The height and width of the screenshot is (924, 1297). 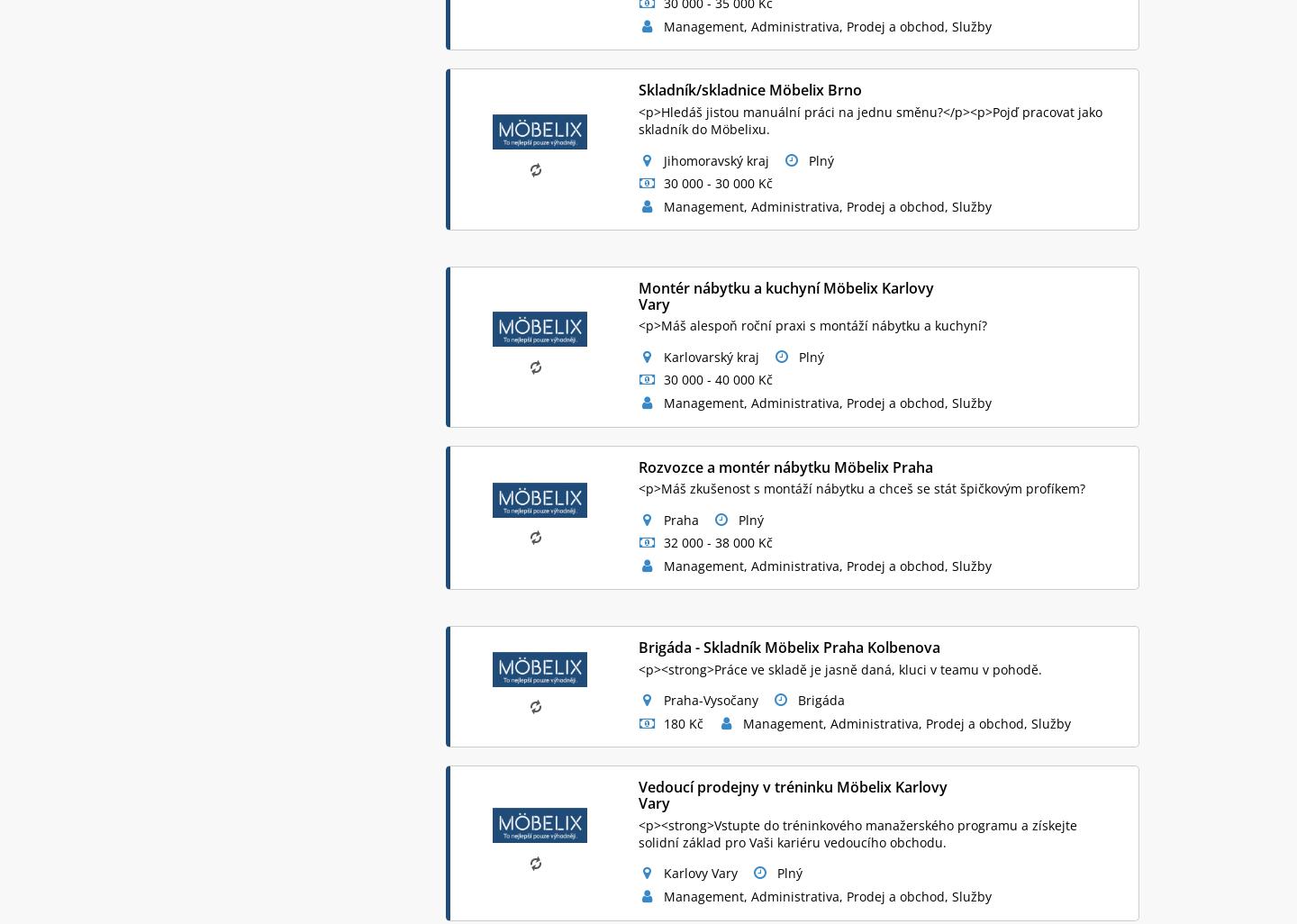 I want to click on '<p><strong>Práce ve skladě je jasně daná, kluci v teamu v pohodě.', so click(x=839, y=668).